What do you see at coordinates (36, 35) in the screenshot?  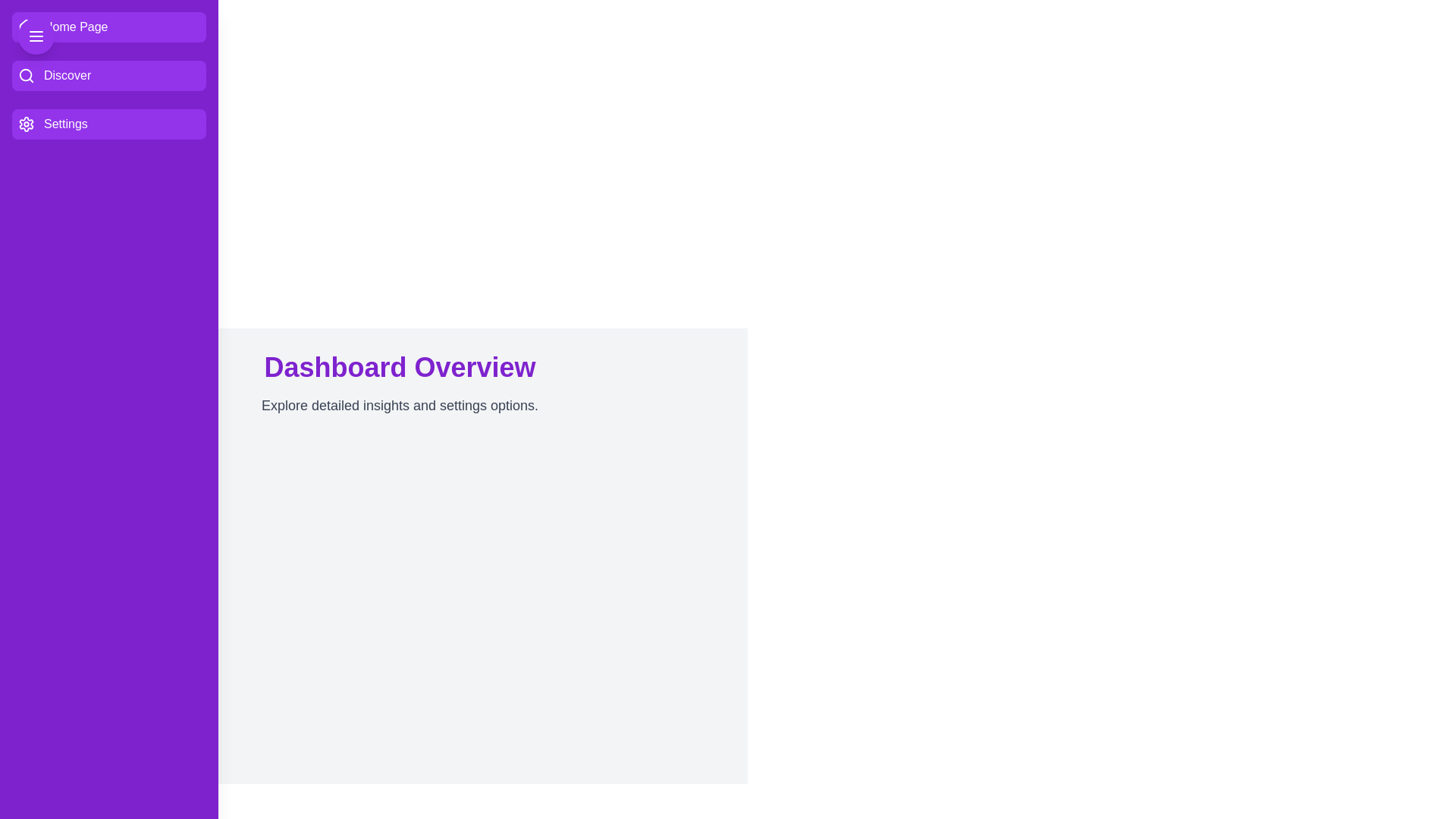 I see `the toggle button to change the visibility of the drawer` at bounding box center [36, 35].